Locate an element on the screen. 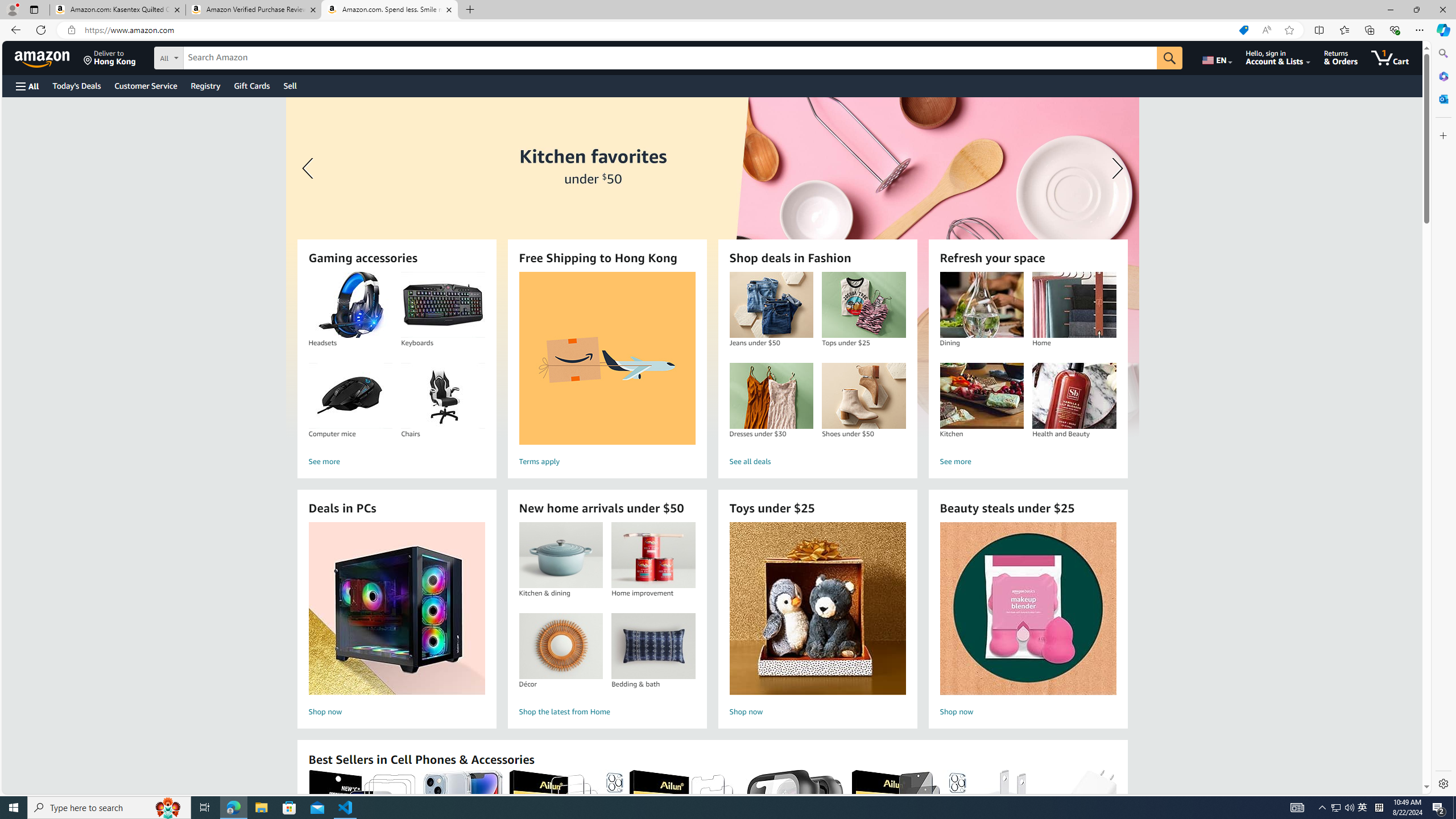  'Shoes under $50' is located at coordinates (864, 396).